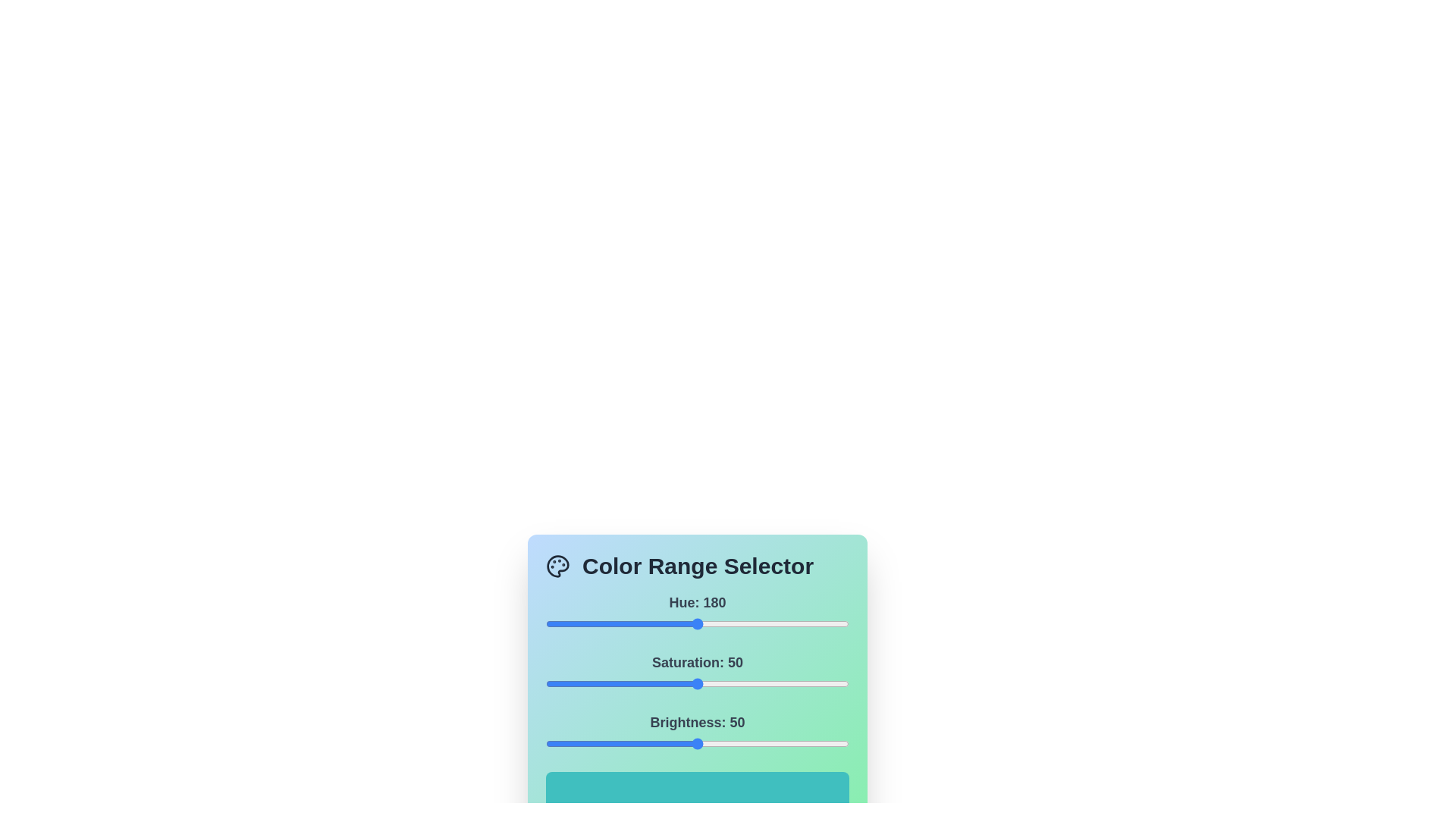  What do you see at coordinates (711, 623) in the screenshot?
I see `the hue slider to set the hue value to 197` at bounding box center [711, 623].